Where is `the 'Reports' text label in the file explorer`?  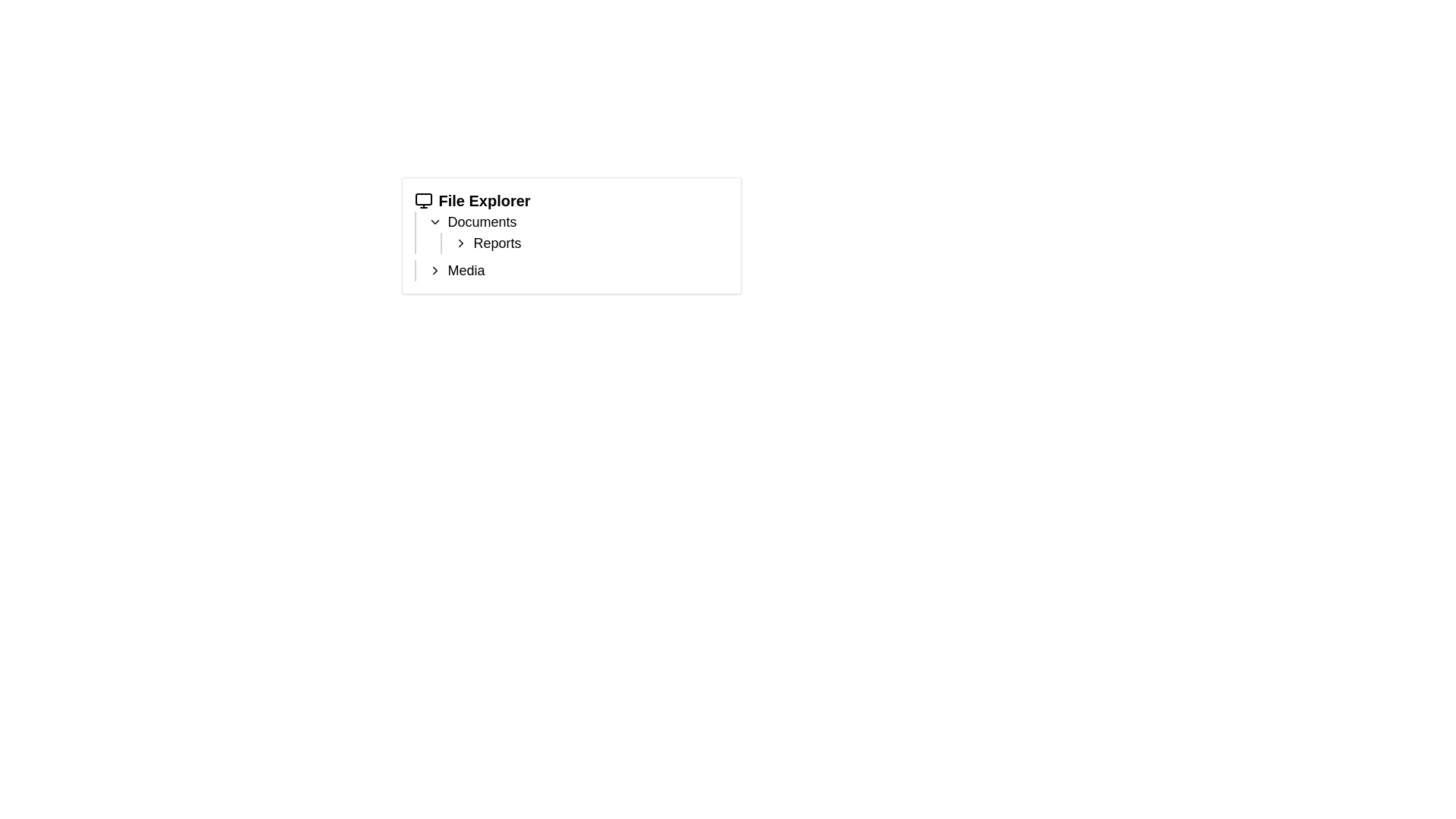 the 'Reports' text label in the file explorer is located at coordinates (497, 242).